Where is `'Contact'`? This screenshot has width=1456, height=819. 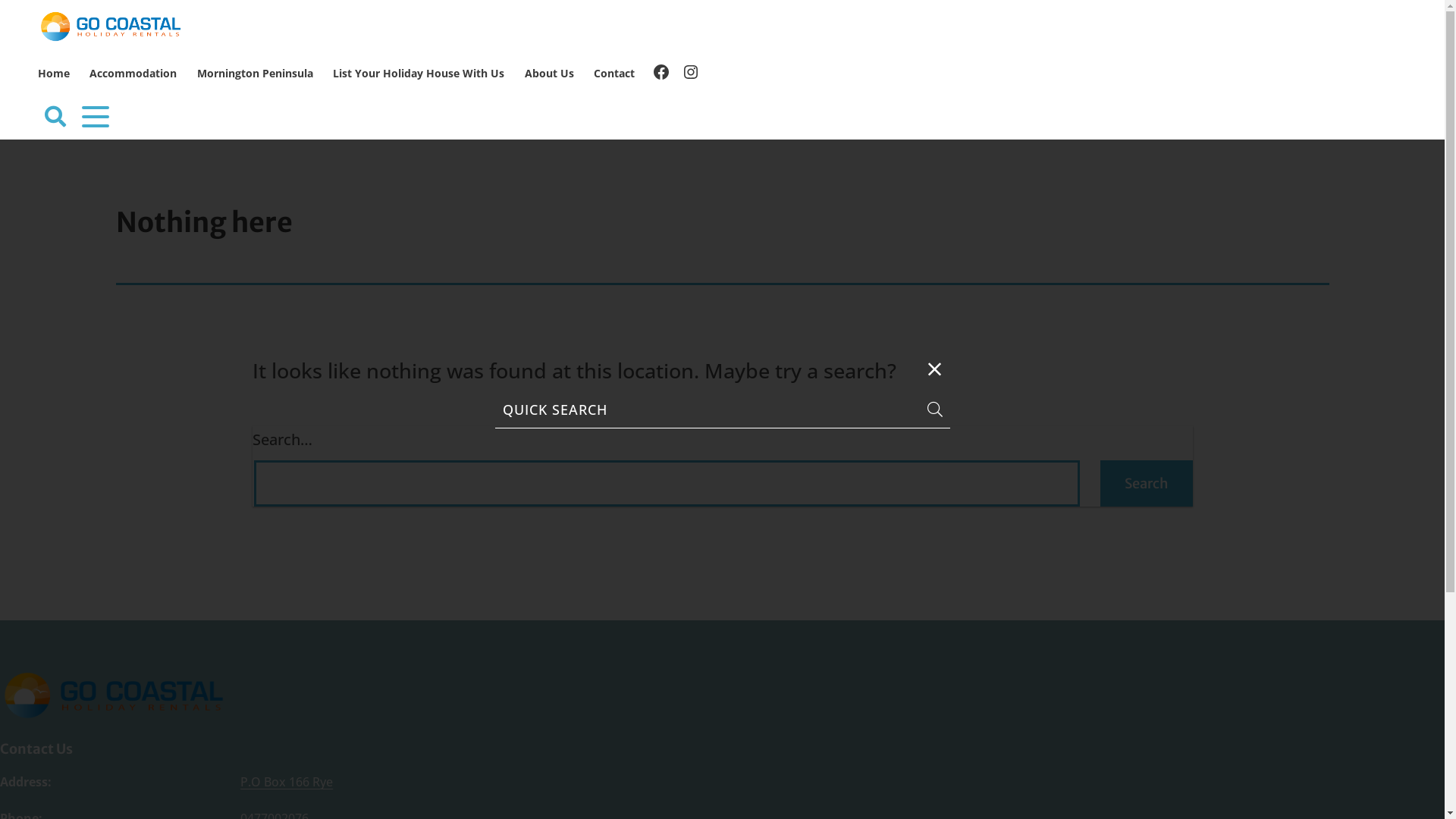 'Contact' is located at coordinates (614, 74).